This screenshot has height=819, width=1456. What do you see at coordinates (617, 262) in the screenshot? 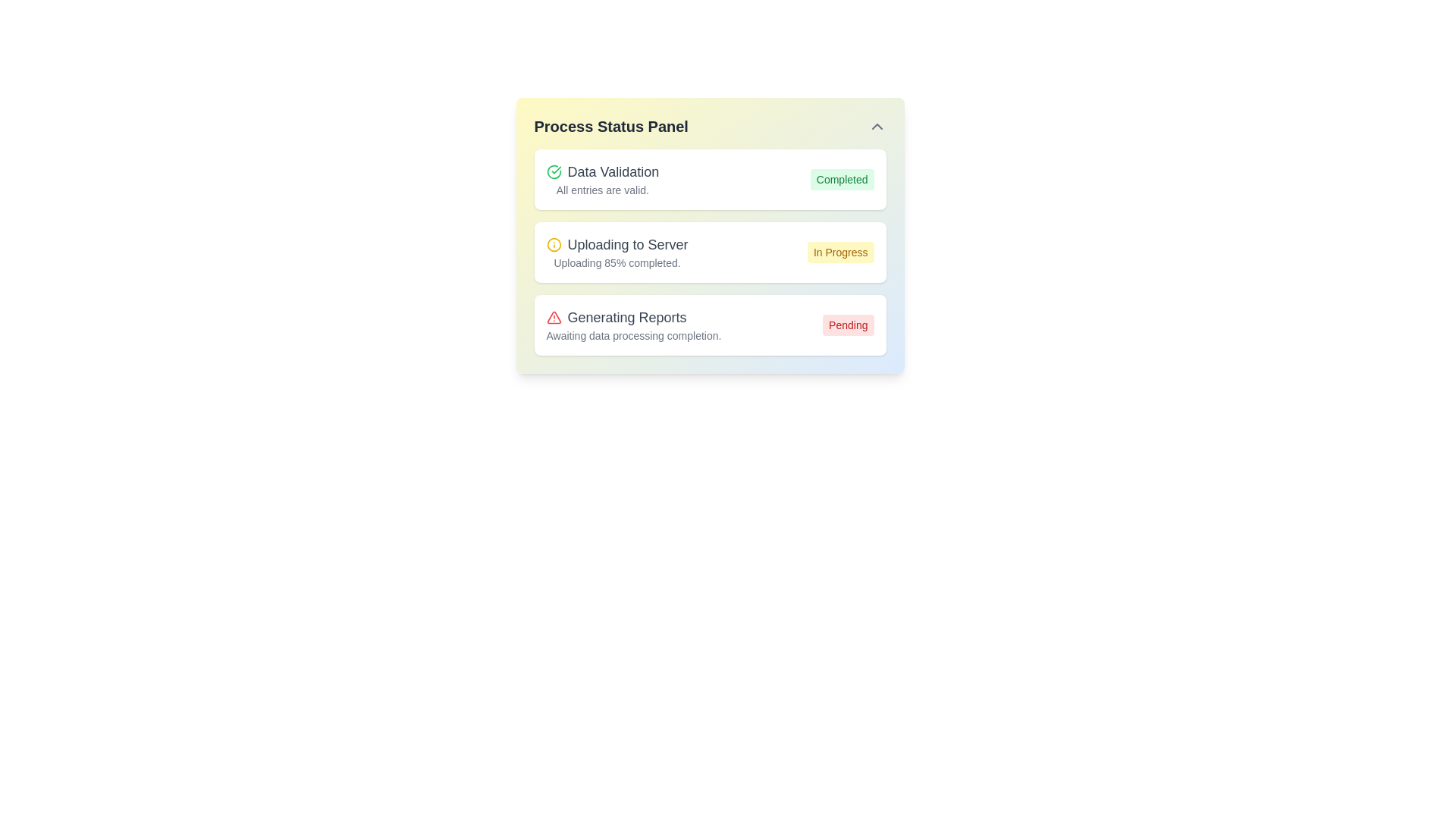
I see `message from the Text label indicating the upload progress of 85% completion, located in the second block of the 'Process Status Panel' under 'Uploading to Server'` at bounding box center [617, 262].